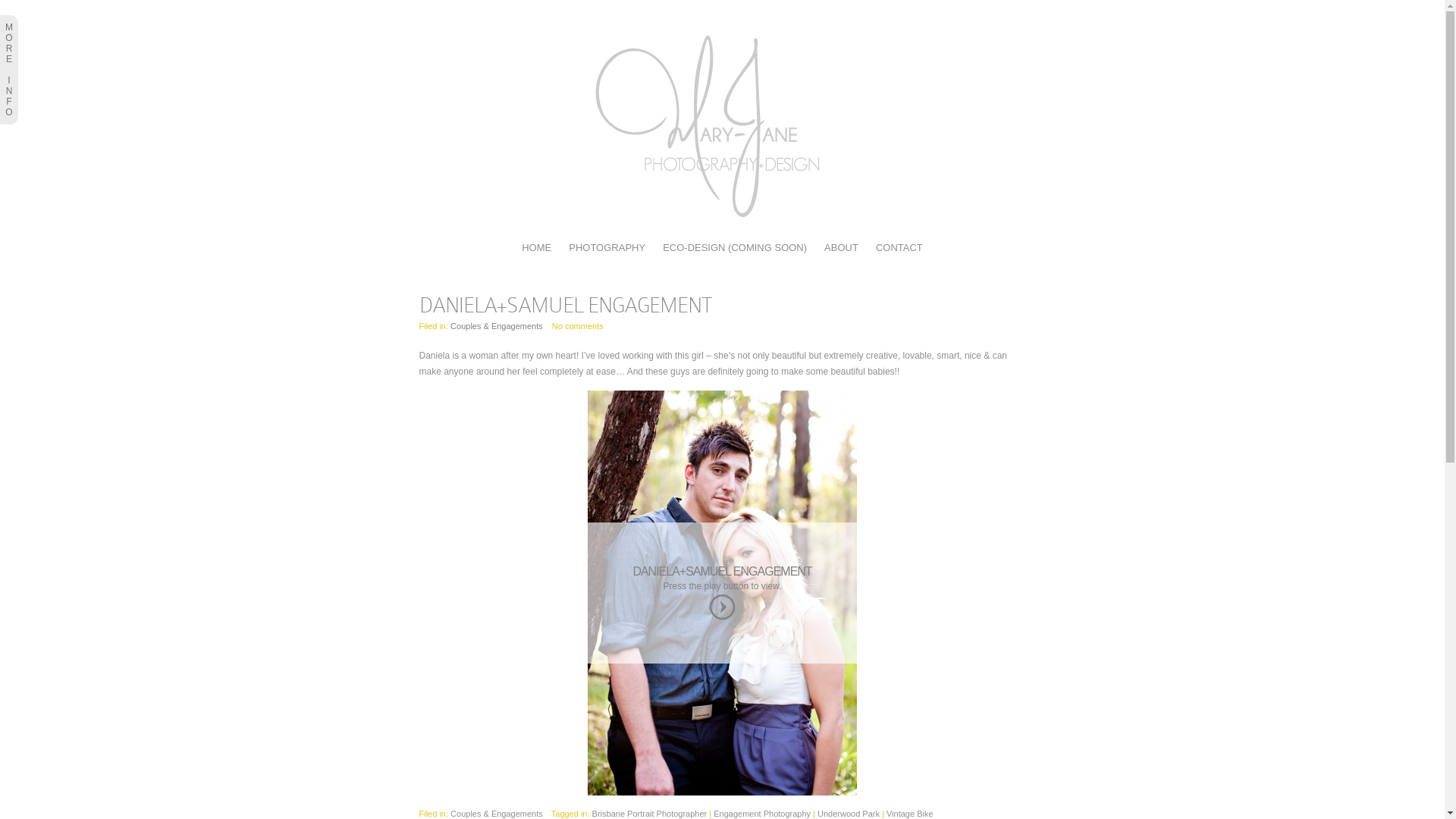 This screenshot has width=1456, height=819. What do you see at coordinates (607, 246) in the screenshot?
I see `'PHOTOGRAPHY'` at bounding box center [607, 246].